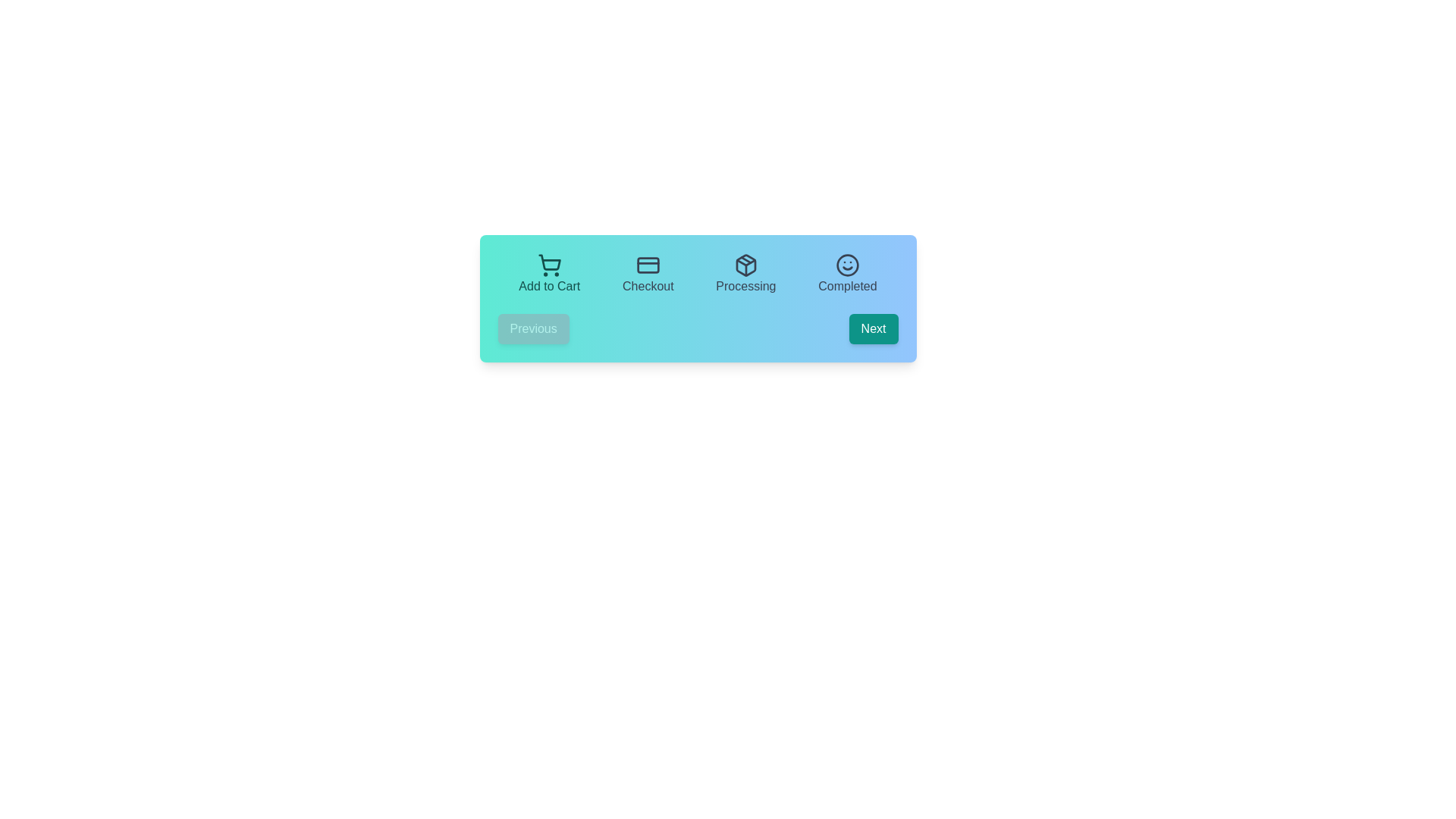 Image resolution: width=1456 pixels, height=819 pixels. Describe the element at coordinates (847, 275) in the screenshot. I see `the step labeled Completed to focus on it` at that location.